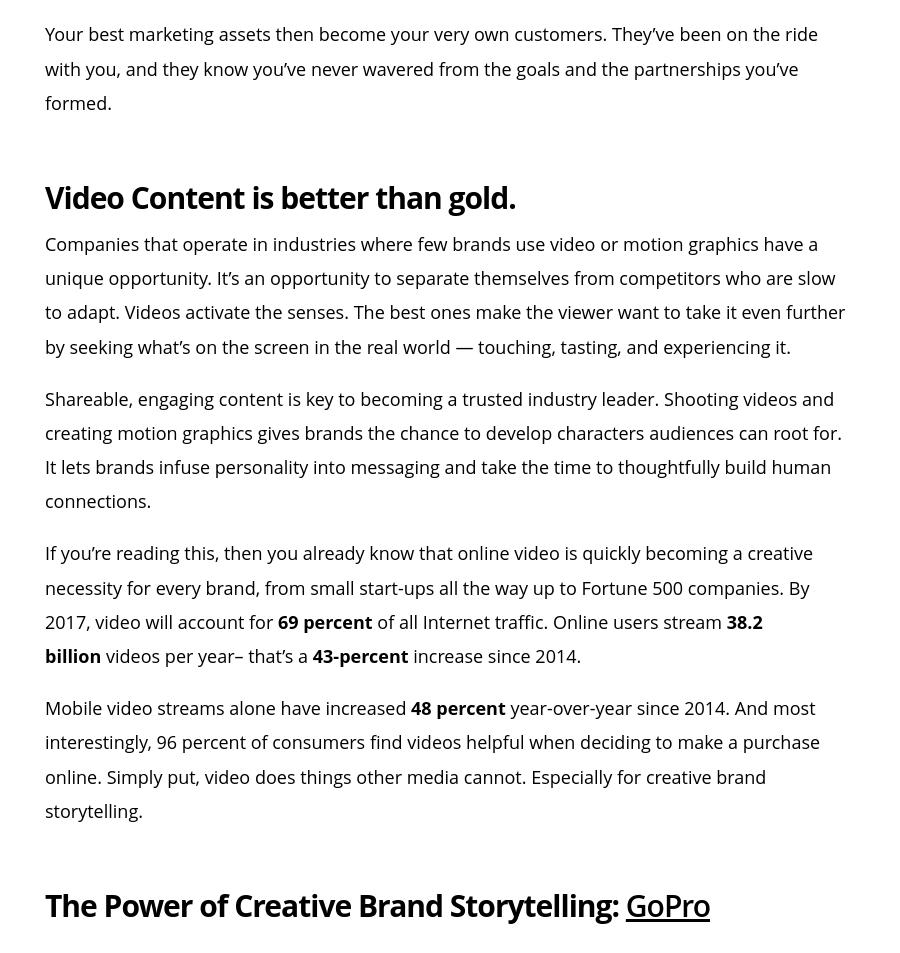 Image resolution: width=900 pixels, height=953 pixels. Describe the element at coordinates (667, 904) in the screenshot. I see `'GoPro'` at that location.